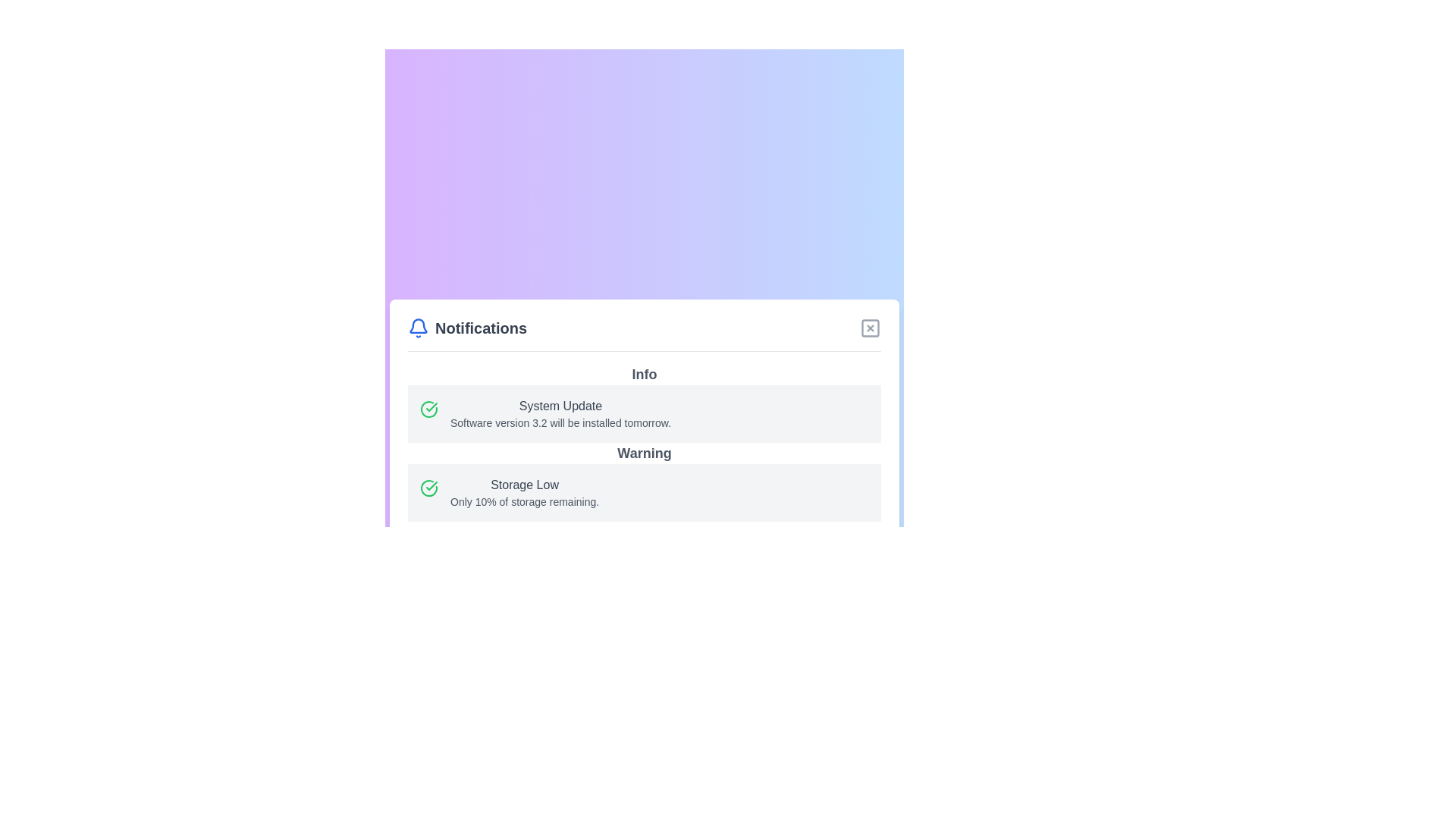 The height and width of the screenshot is (819, 1456). I want to click on the green circle icon with a checkmark that indicates the 'Storage Low' warning status, located next to the 'Storage Low' text in the 'Warning' notification section, so click(431, 406).